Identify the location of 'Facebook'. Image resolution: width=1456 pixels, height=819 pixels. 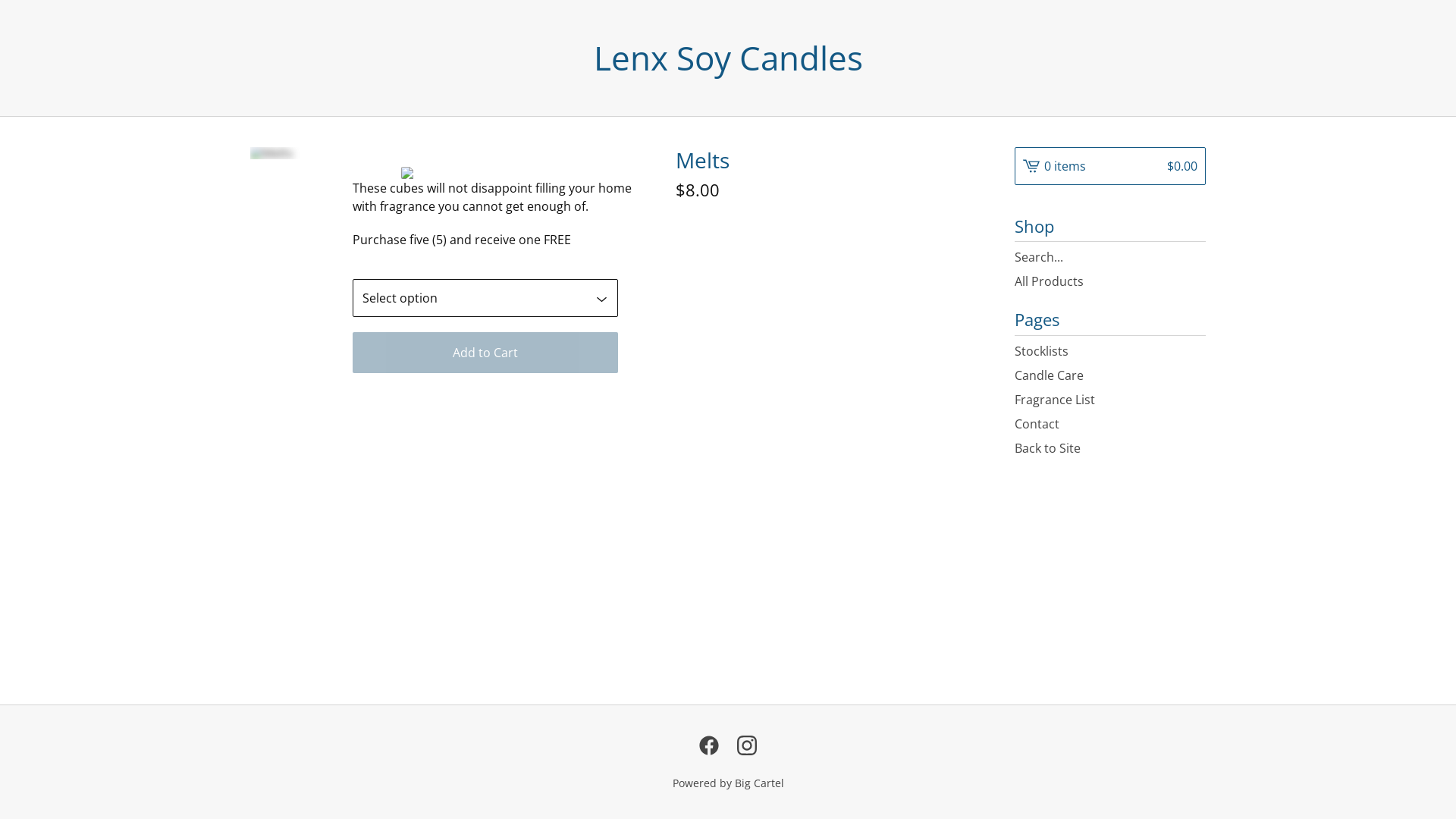
(708, 745).